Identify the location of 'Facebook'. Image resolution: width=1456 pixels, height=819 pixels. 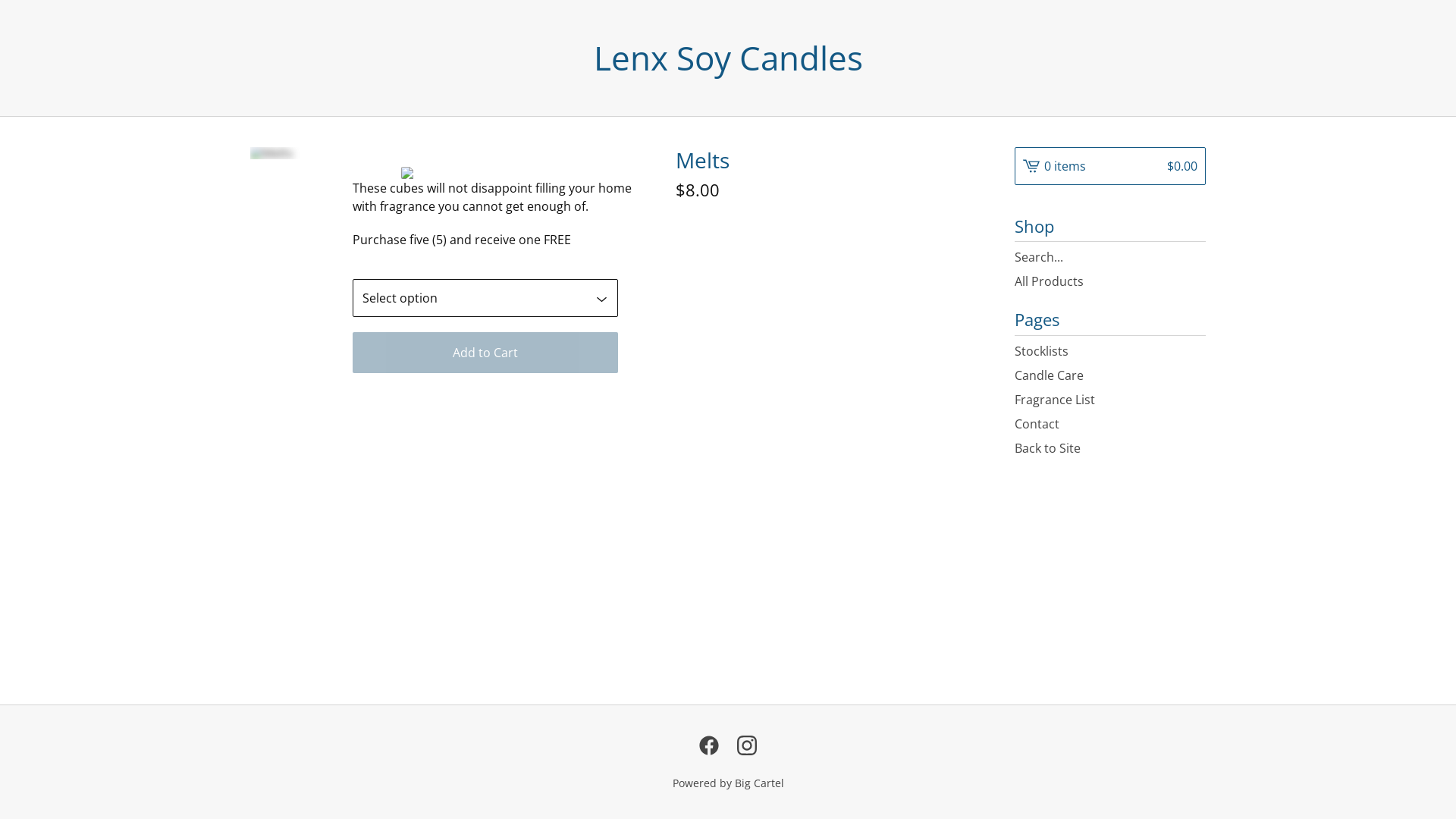
(708, 745).